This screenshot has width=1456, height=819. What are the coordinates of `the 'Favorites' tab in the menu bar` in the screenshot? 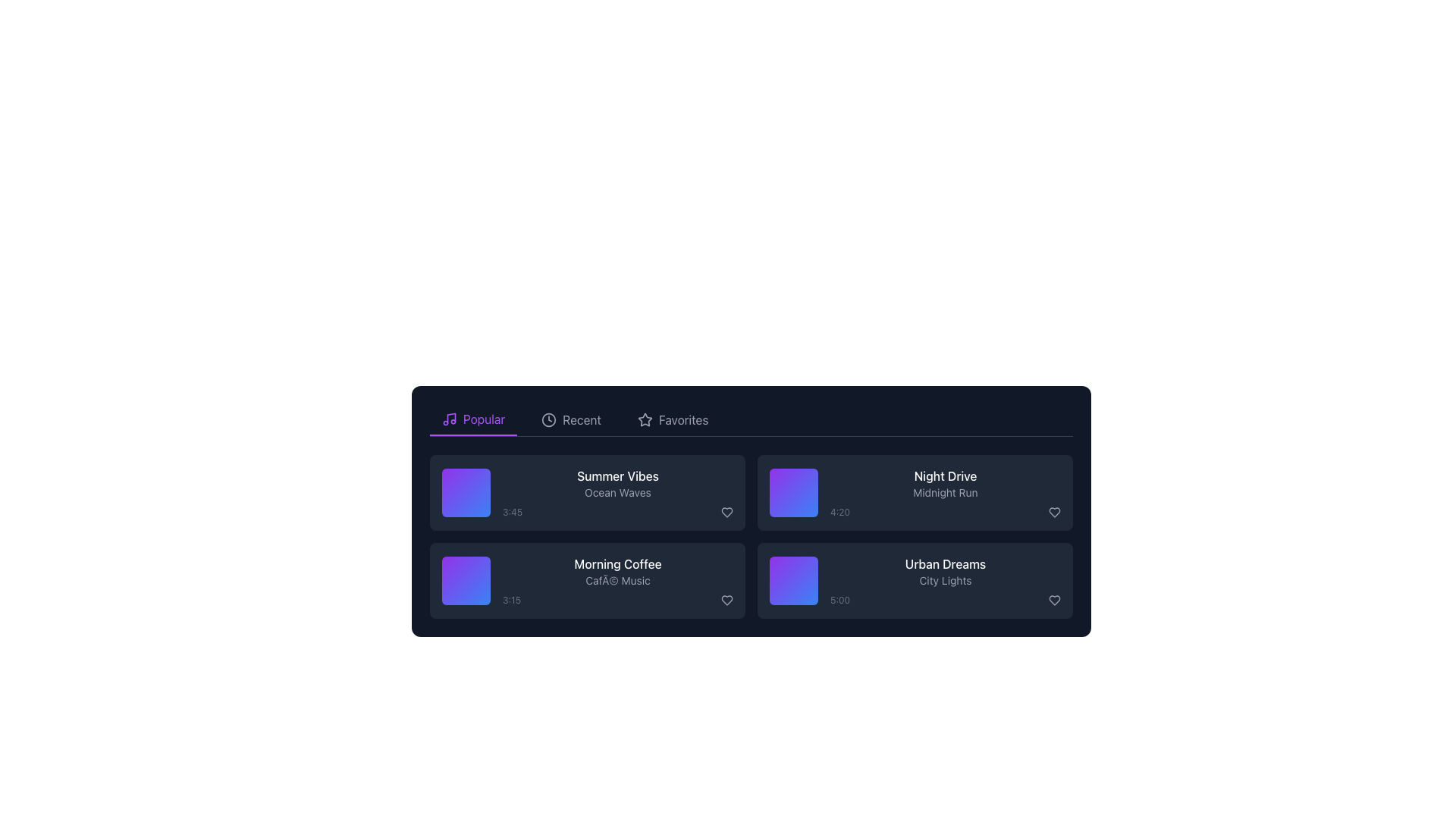 It's located at (672, 420).